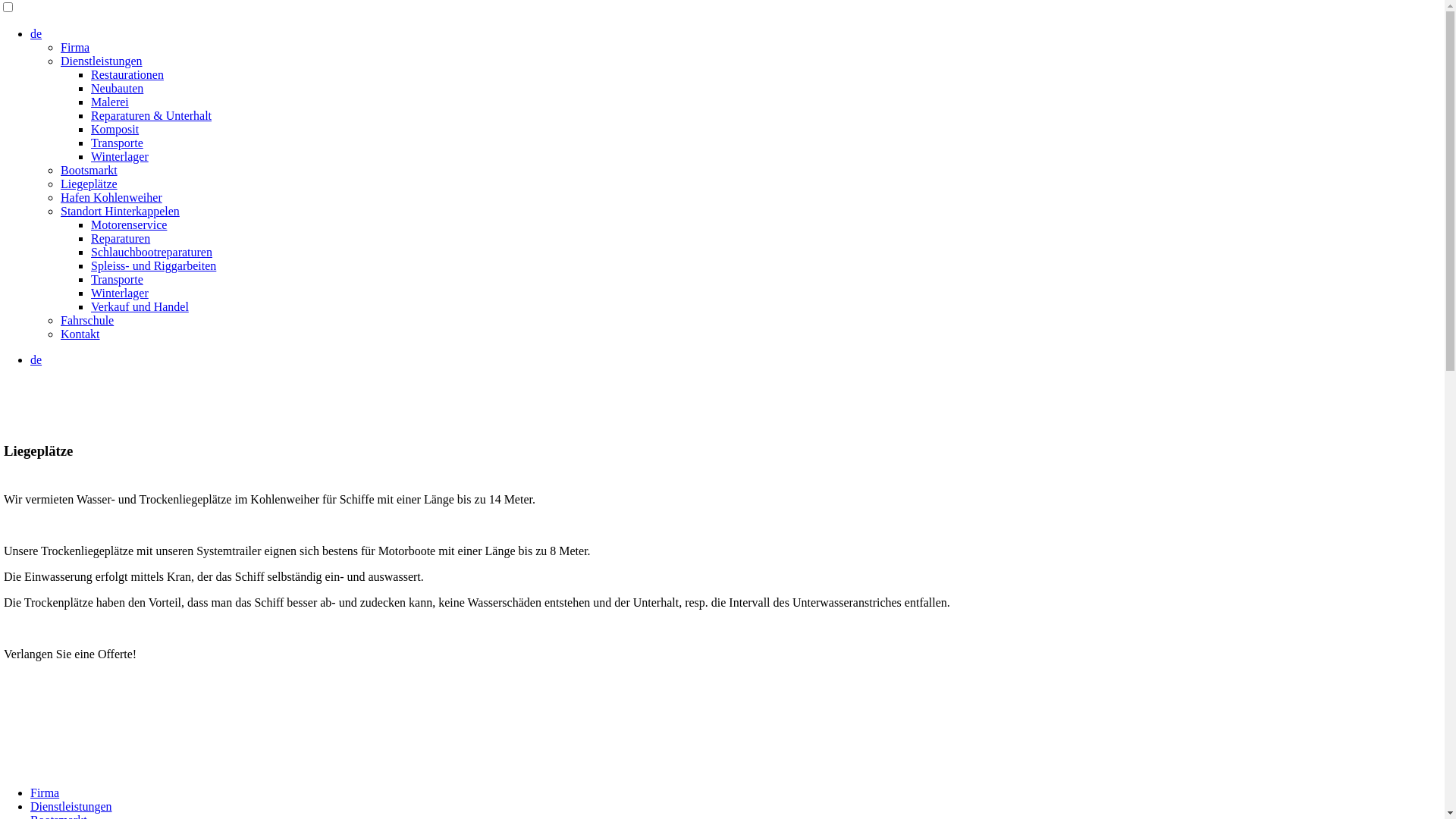 The image size is (1456, 819). What do you see at coordinates (90, 128) in the screenshot?
I see `'Komposit'` at bounding box center [90, 128].